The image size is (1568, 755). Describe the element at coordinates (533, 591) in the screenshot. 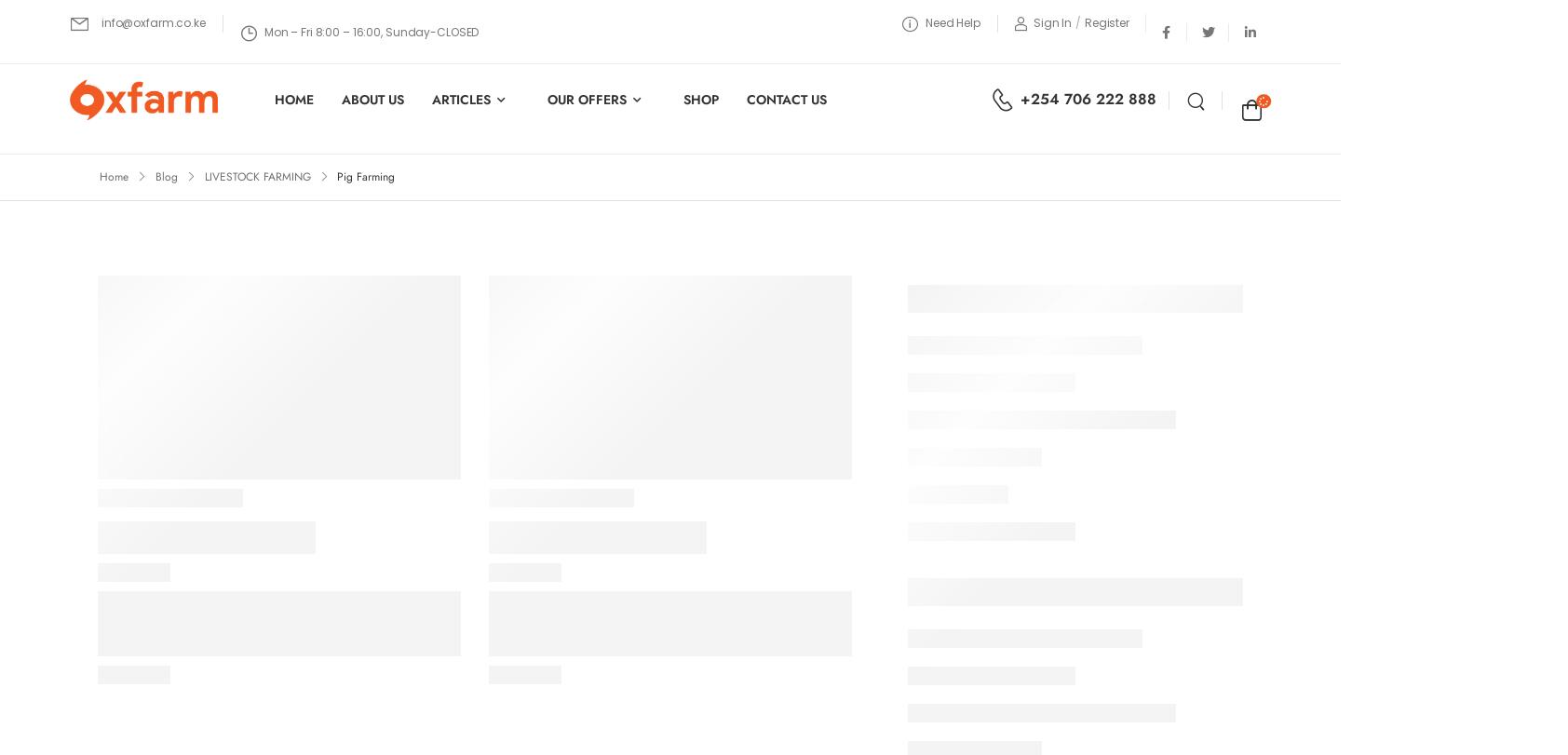

I see `'Payment Methods'` at that location.